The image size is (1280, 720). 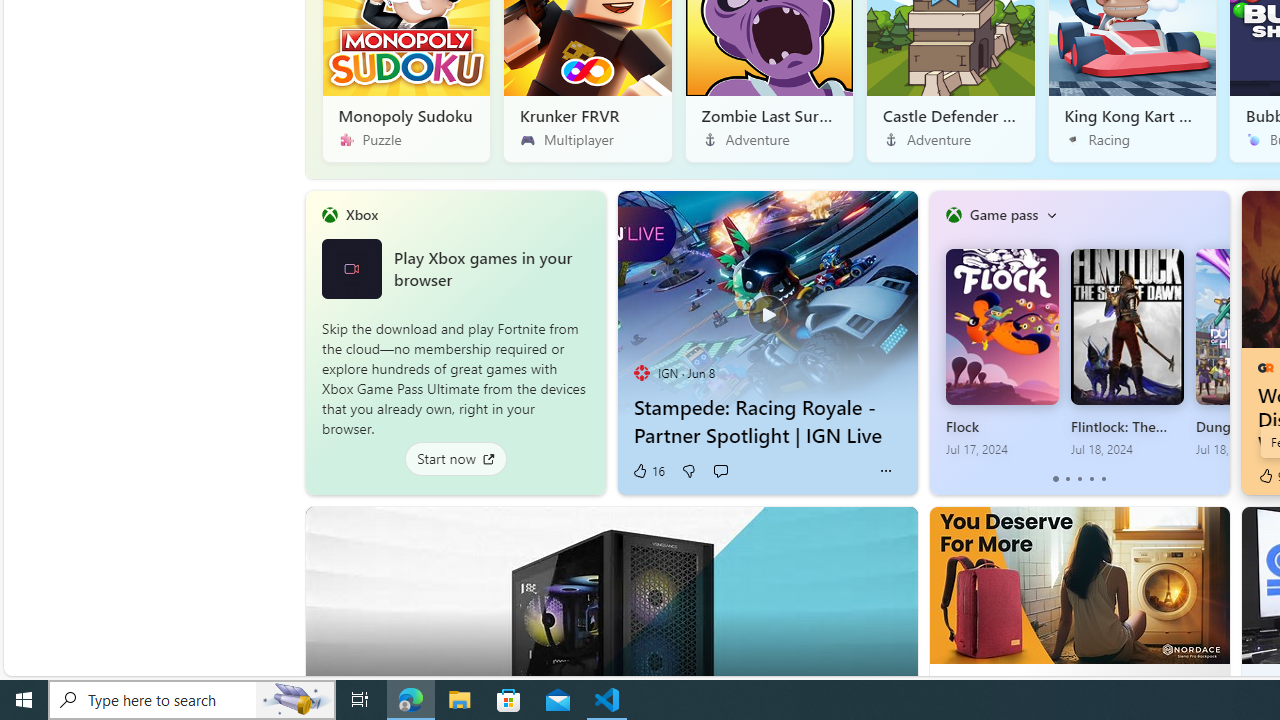 What do you see at coordinates (648, 471) in the screenshot?
I see `'16 Like'` at bounding box center [648, 471].